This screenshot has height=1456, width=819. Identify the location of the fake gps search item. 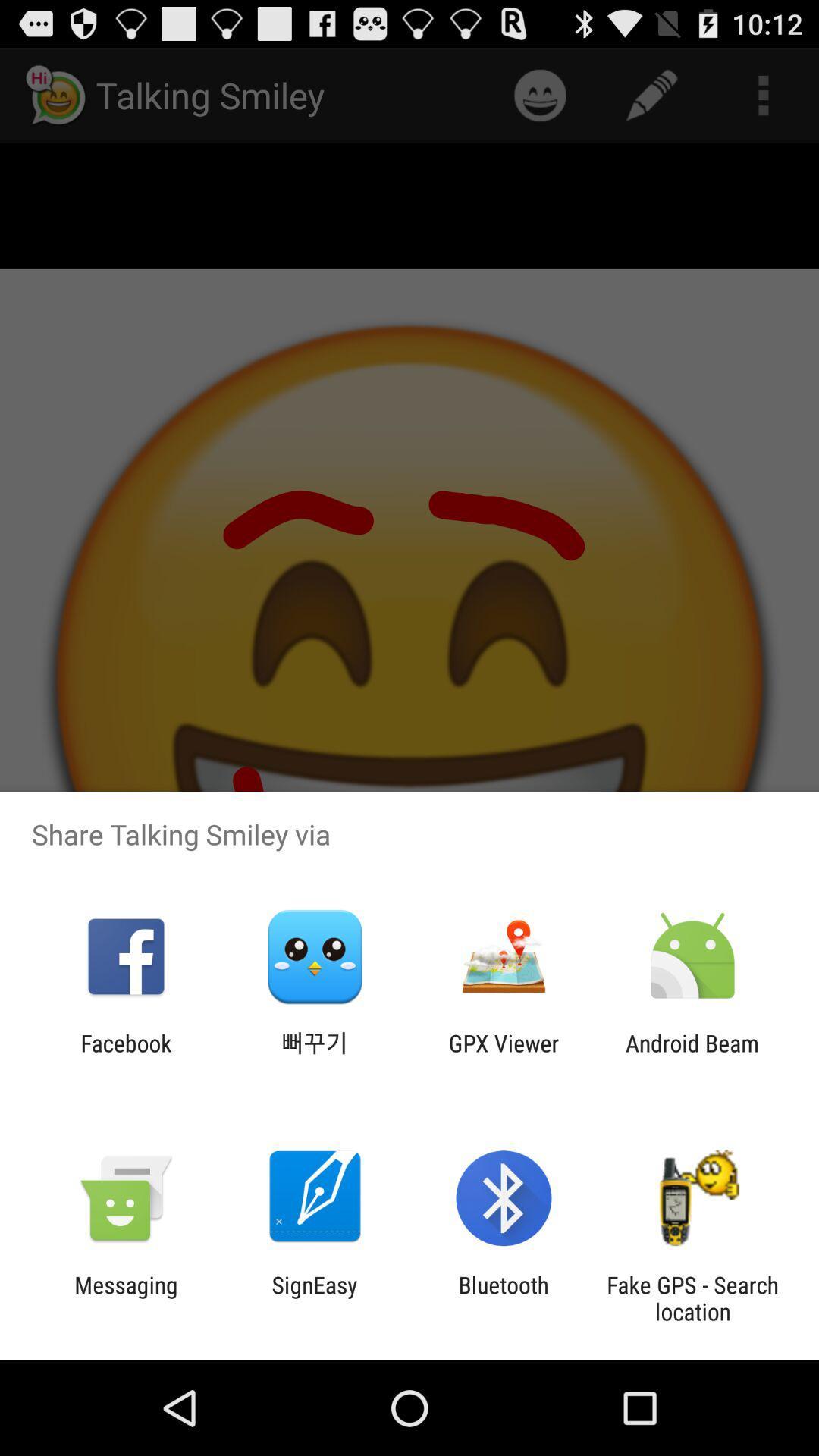
(692, 1298).